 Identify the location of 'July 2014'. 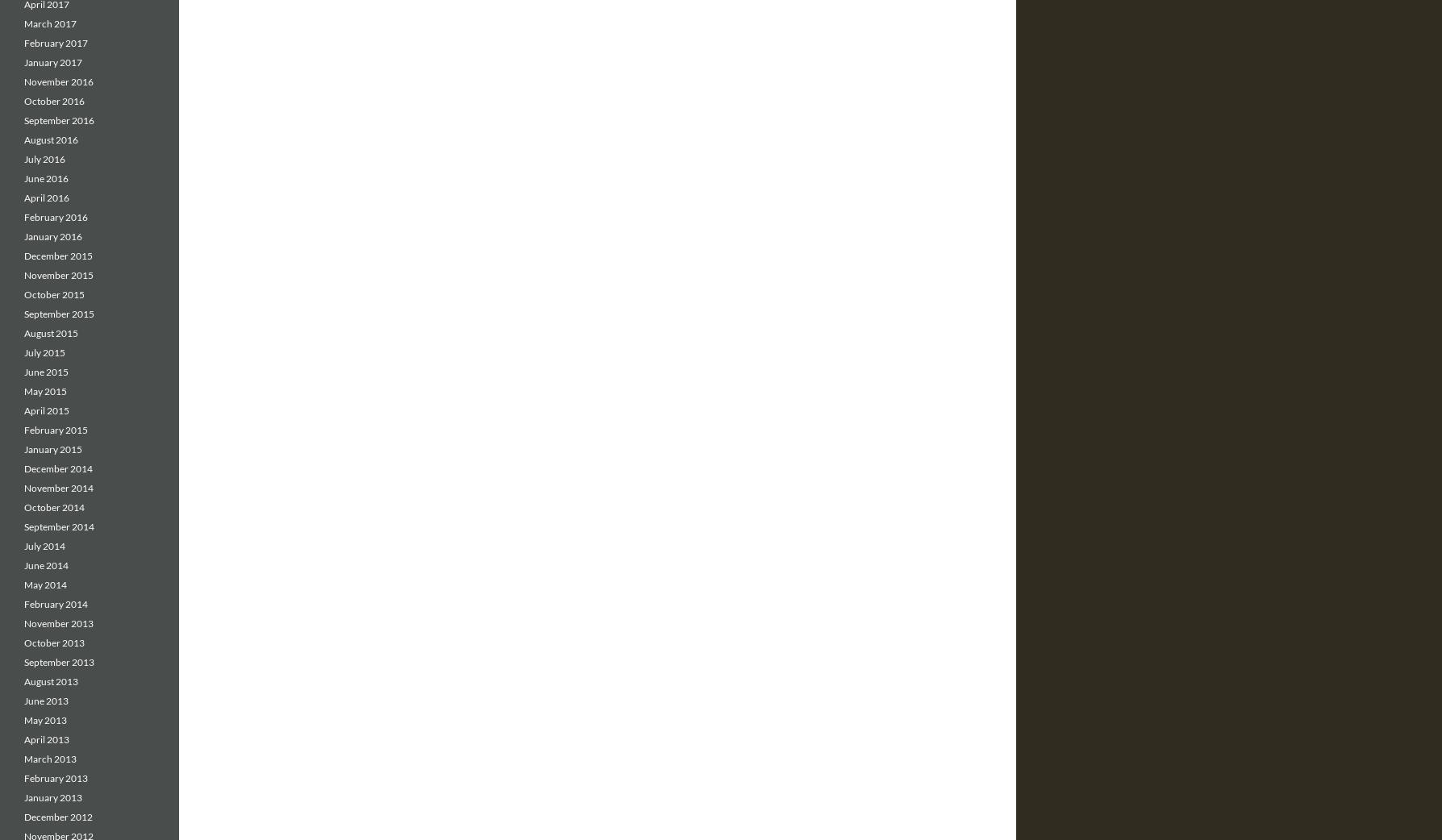
(24, 546).